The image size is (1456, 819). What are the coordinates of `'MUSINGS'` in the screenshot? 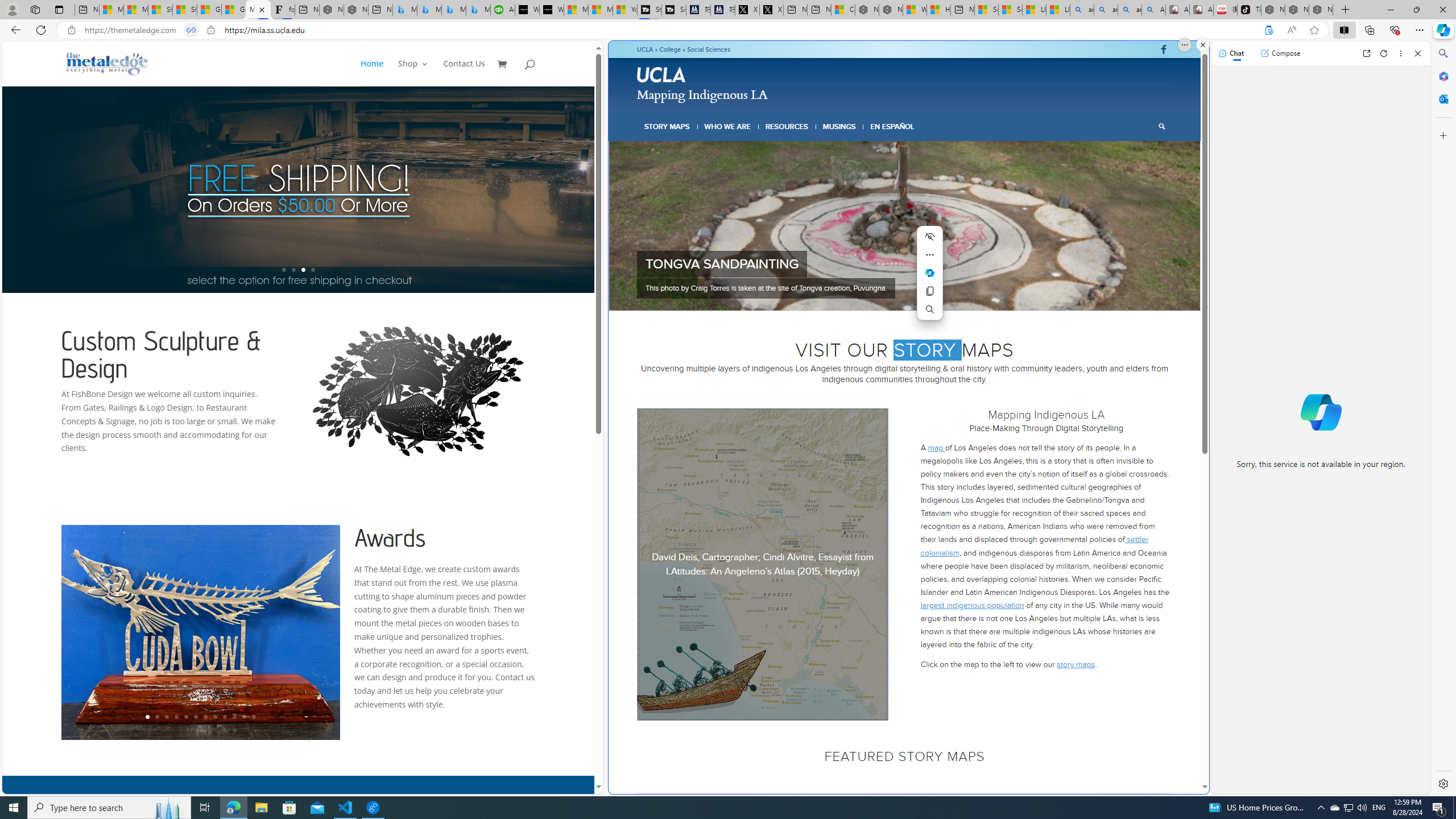 It's located at (839, 126).